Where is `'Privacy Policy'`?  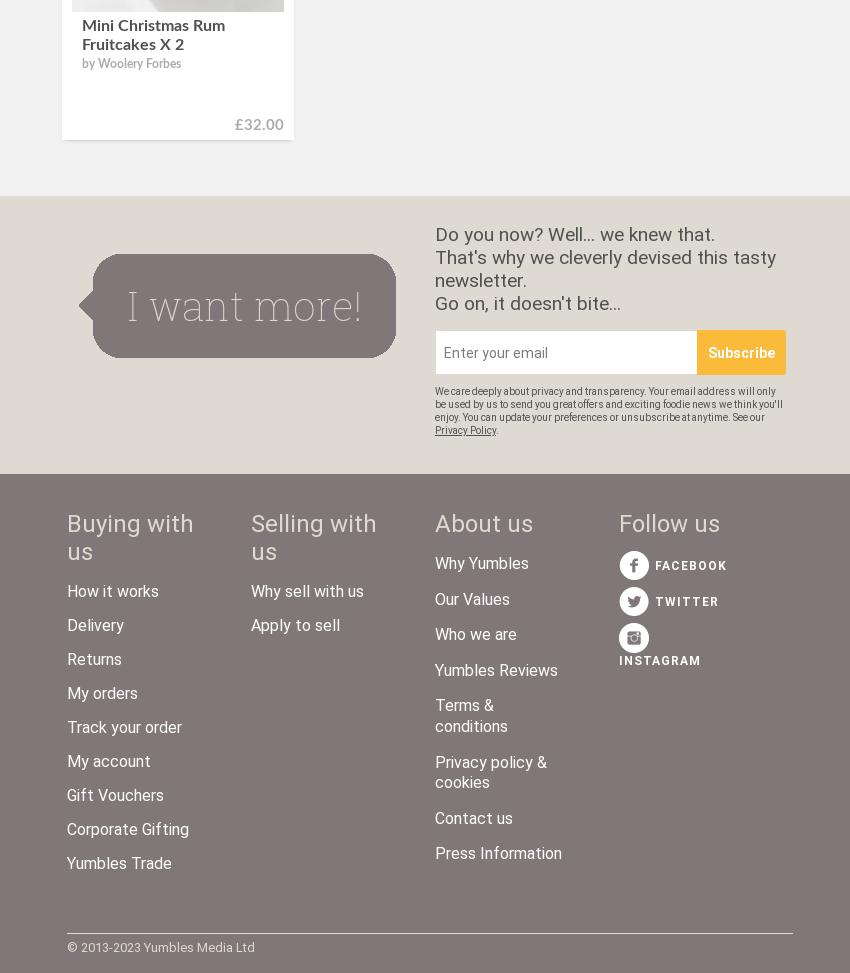
'Privacy Policy' is located at coordinates (464, 430).